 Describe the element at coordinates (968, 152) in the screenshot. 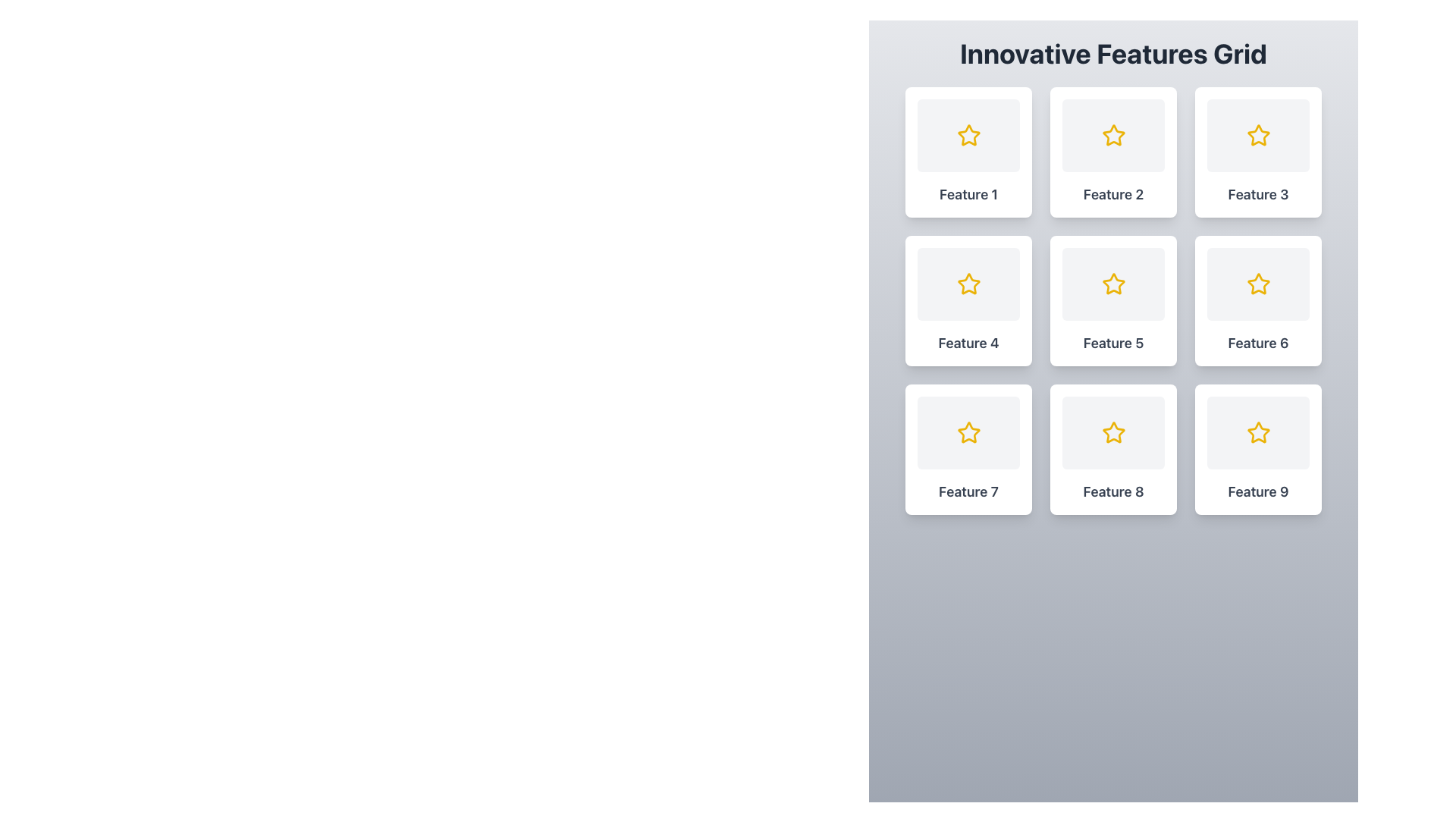

I see `the interactive card with a star icon located in the upper-left corner of the 'Innovative Features Grid'` at that location.